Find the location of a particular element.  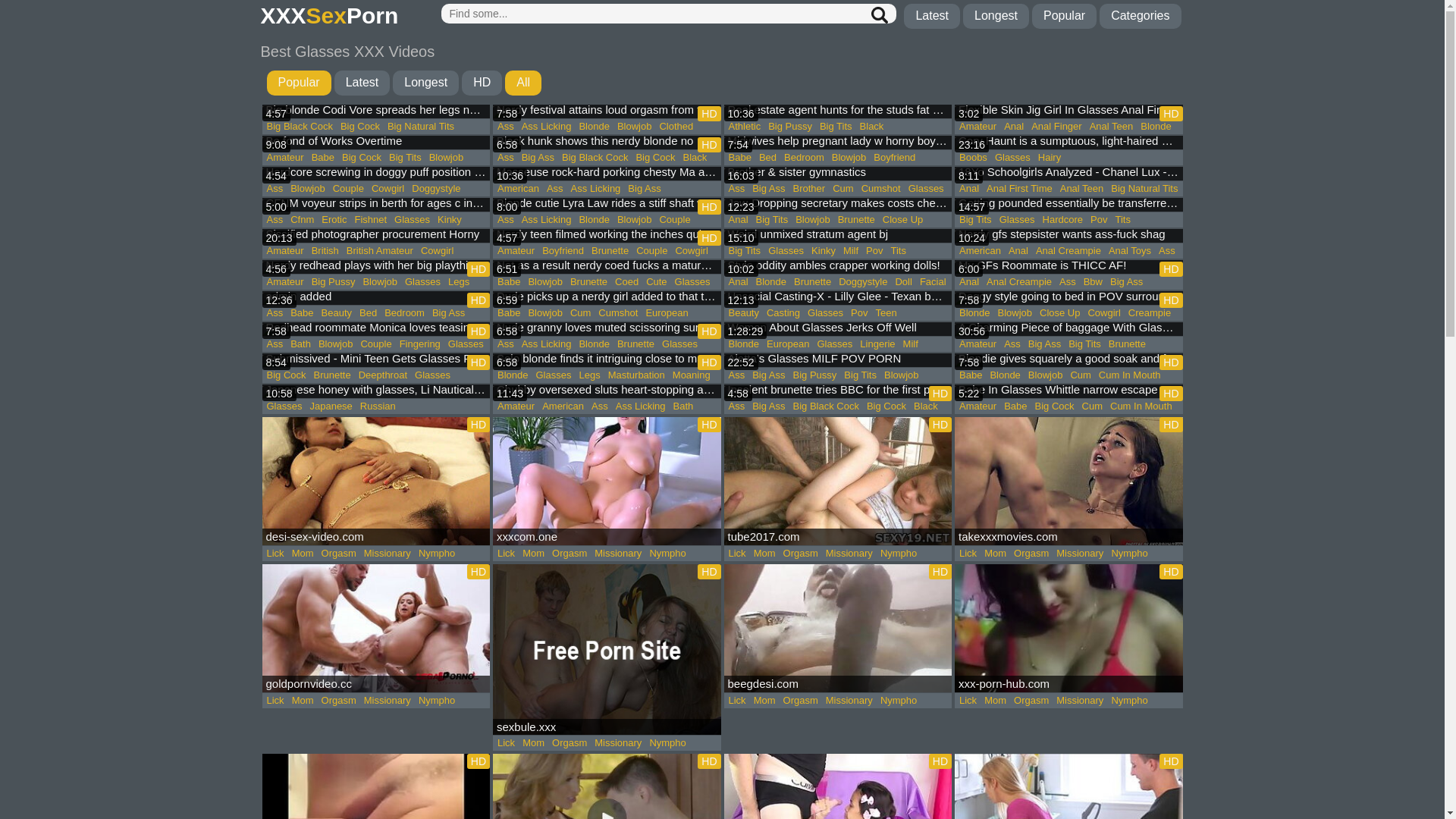

'Big Black Cock' is located at coordinates (299, 125).